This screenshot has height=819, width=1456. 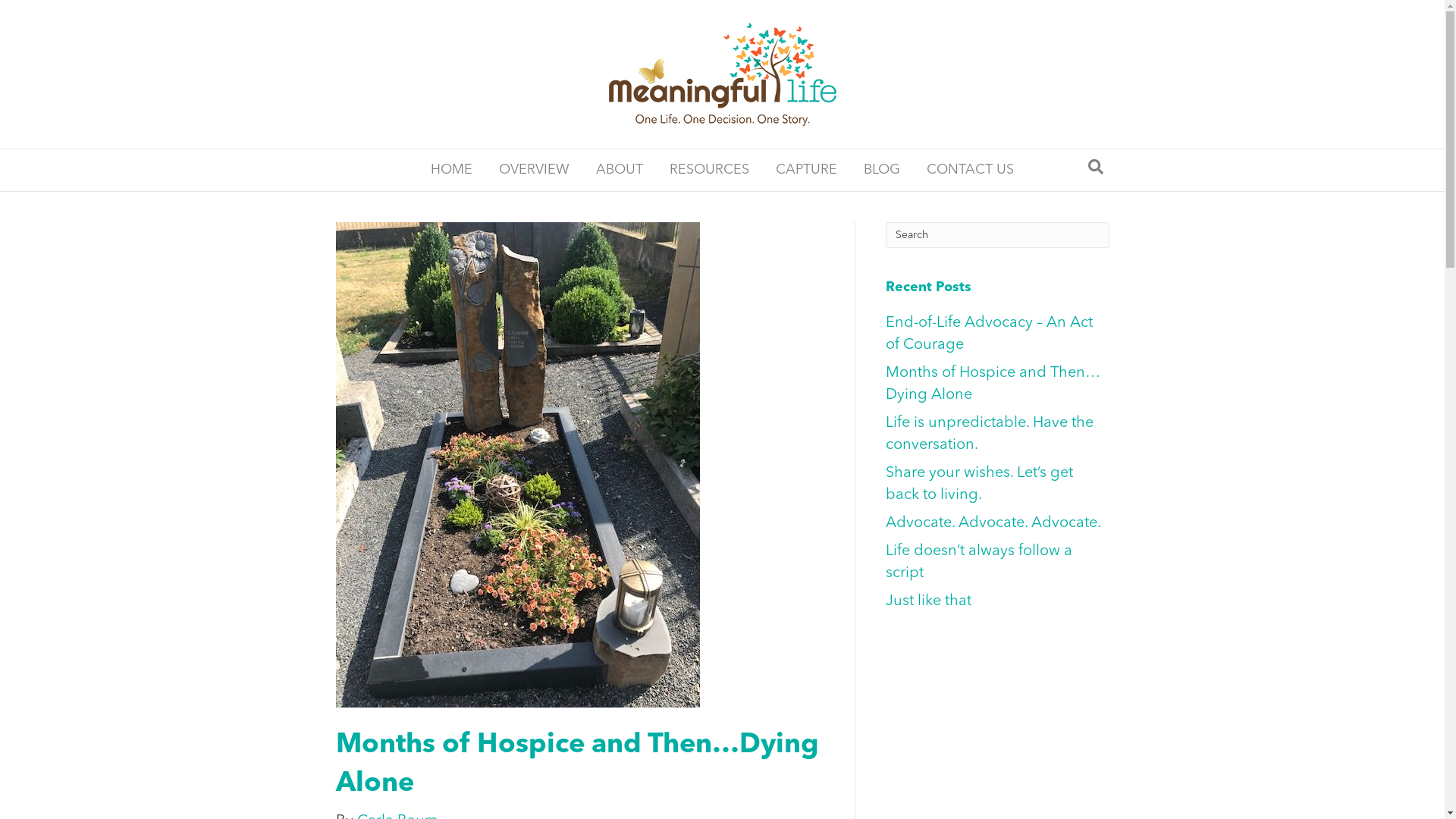 What do you see at coordinates (969, 170) in the screenshot?
I see `'CONTACT US'` at bounding box center [969, 170].